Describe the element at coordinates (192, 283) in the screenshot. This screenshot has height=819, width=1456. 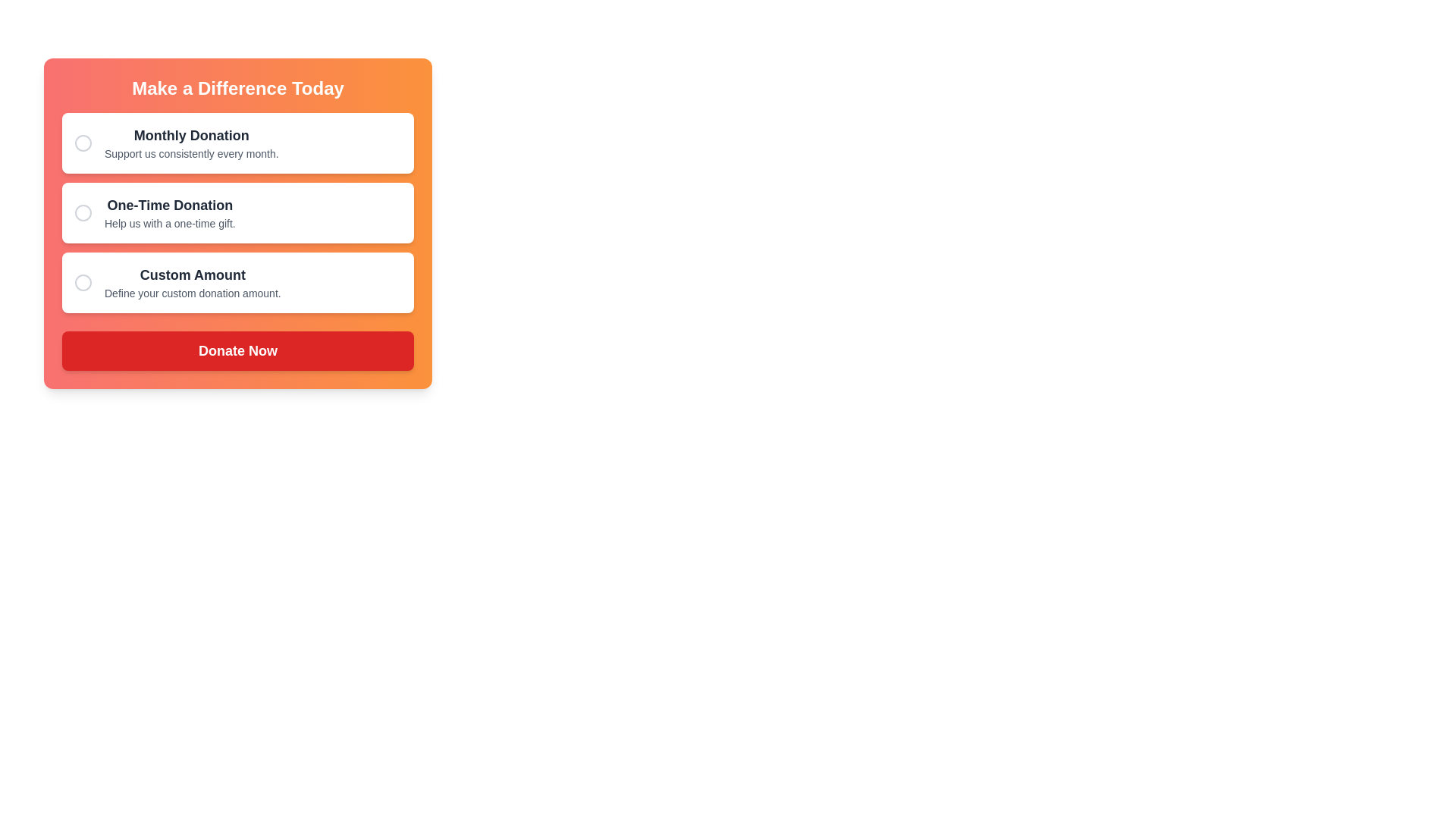
I see `the 'Custom Amount' text option in the card interface` at that location.